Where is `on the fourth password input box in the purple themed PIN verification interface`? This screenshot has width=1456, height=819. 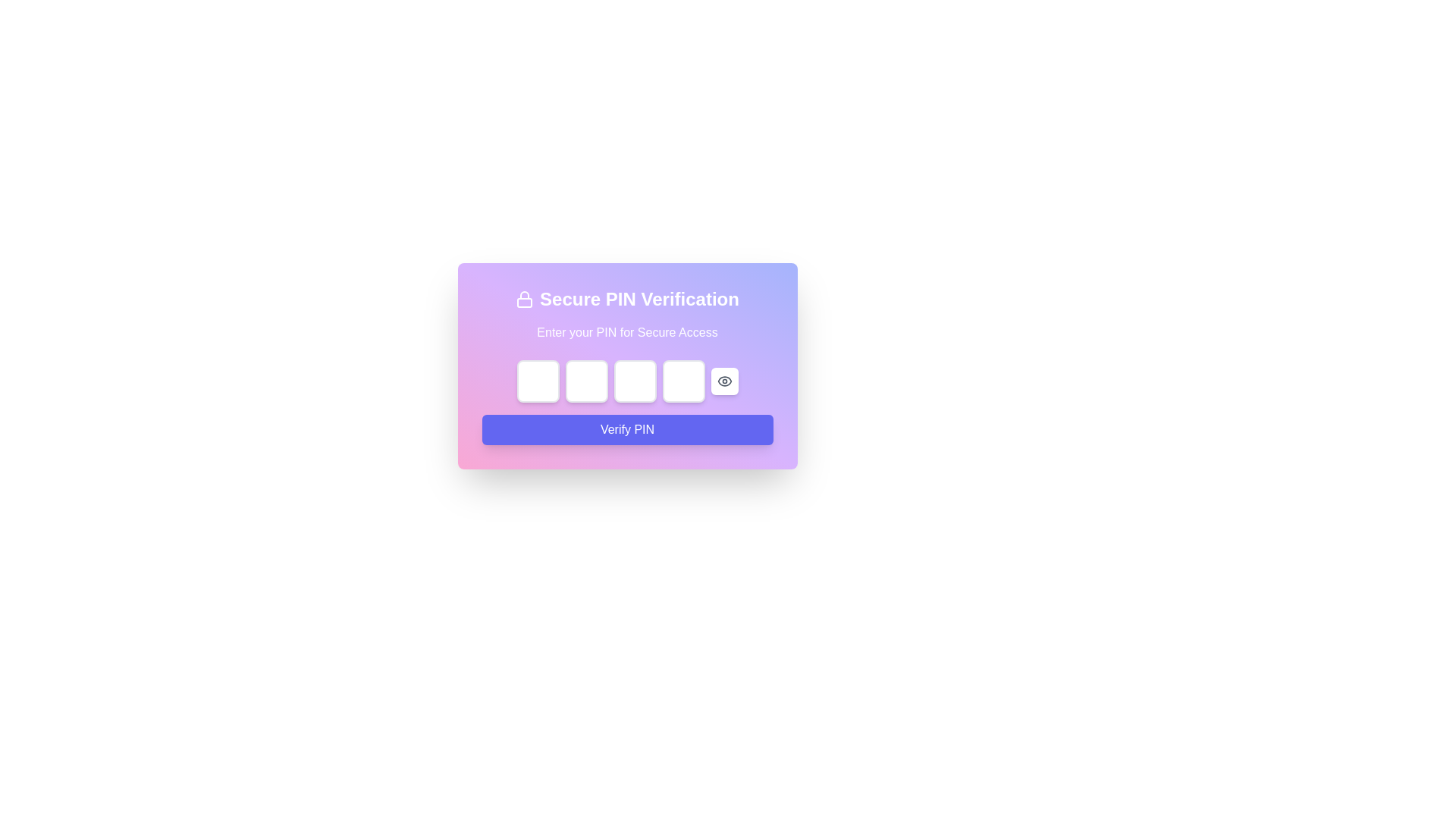 on the fourth password input box in the purple themed PIN verification interface is located at coordinates (682, 380).